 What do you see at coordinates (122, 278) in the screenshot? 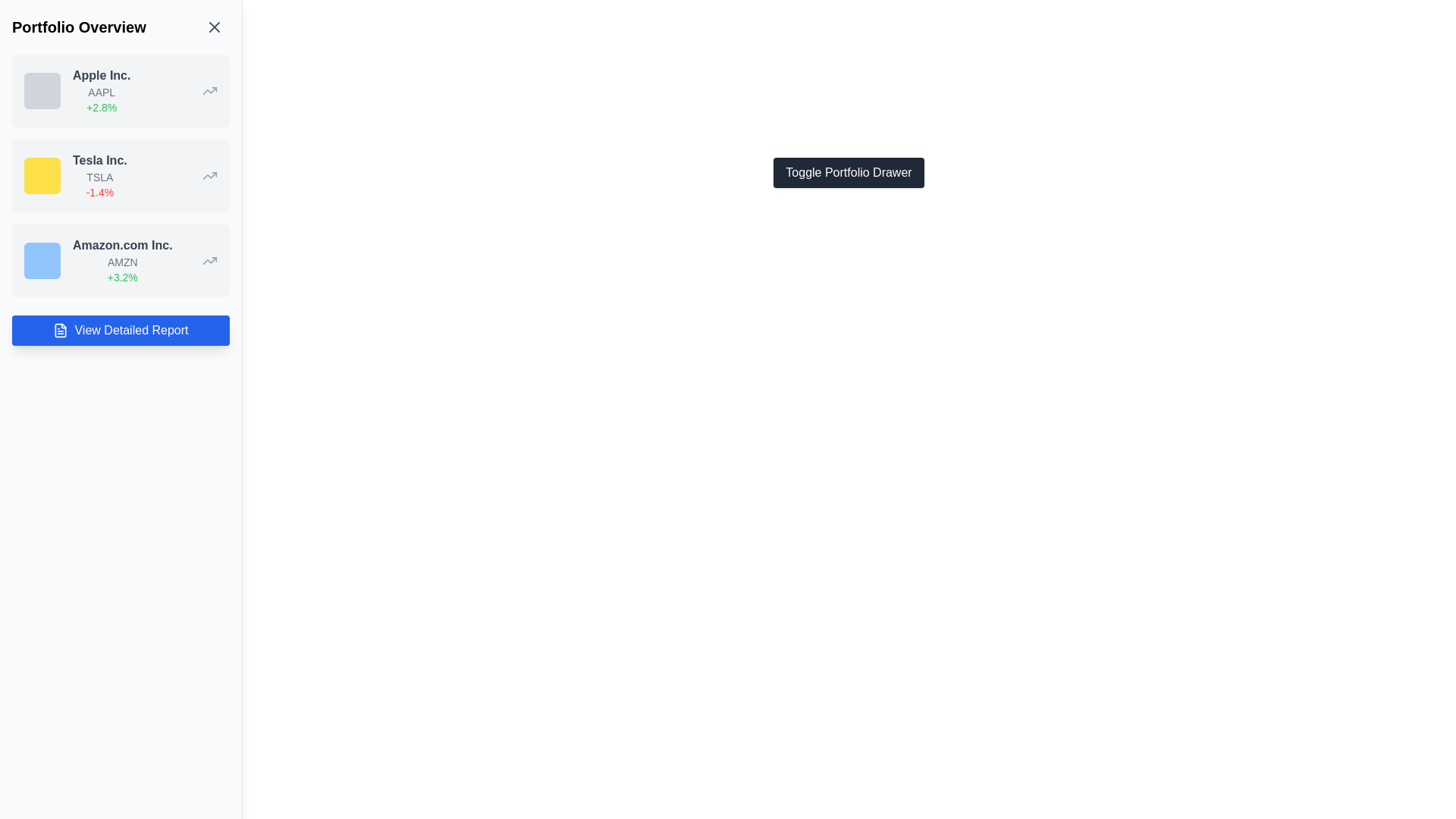
I see `text label indicating the percentage change in Amazon's stock value, located in the third tile below 'Amazon.com Inc.' and 'AMZN'` at bounding box center [122, 278].